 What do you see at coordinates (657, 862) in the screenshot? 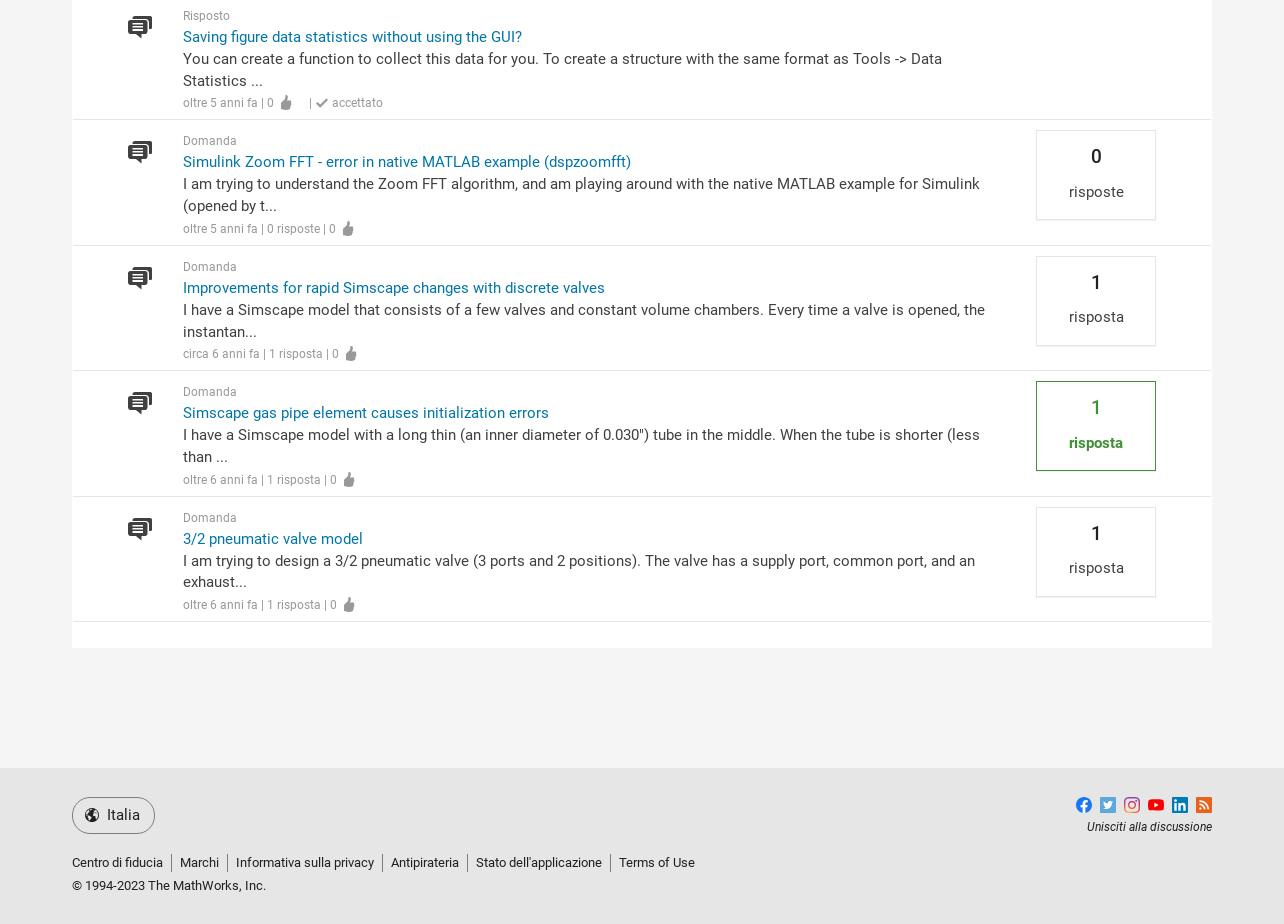
I see `'Terms of Use'` at bounding box center [657, 862].